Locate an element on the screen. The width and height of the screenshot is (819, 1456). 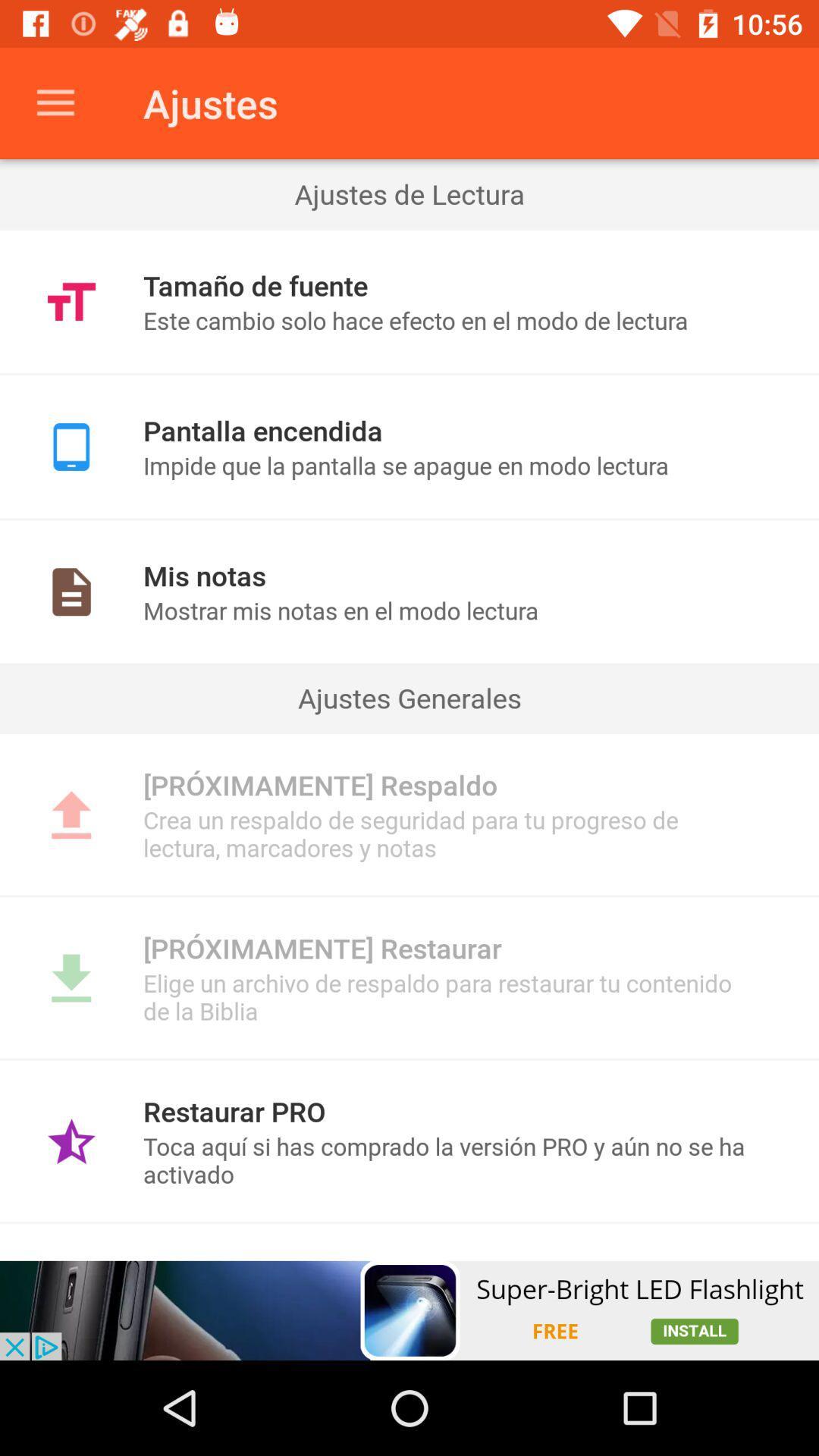
item above pantalla encendida icon is located at coordinates (409, 374).